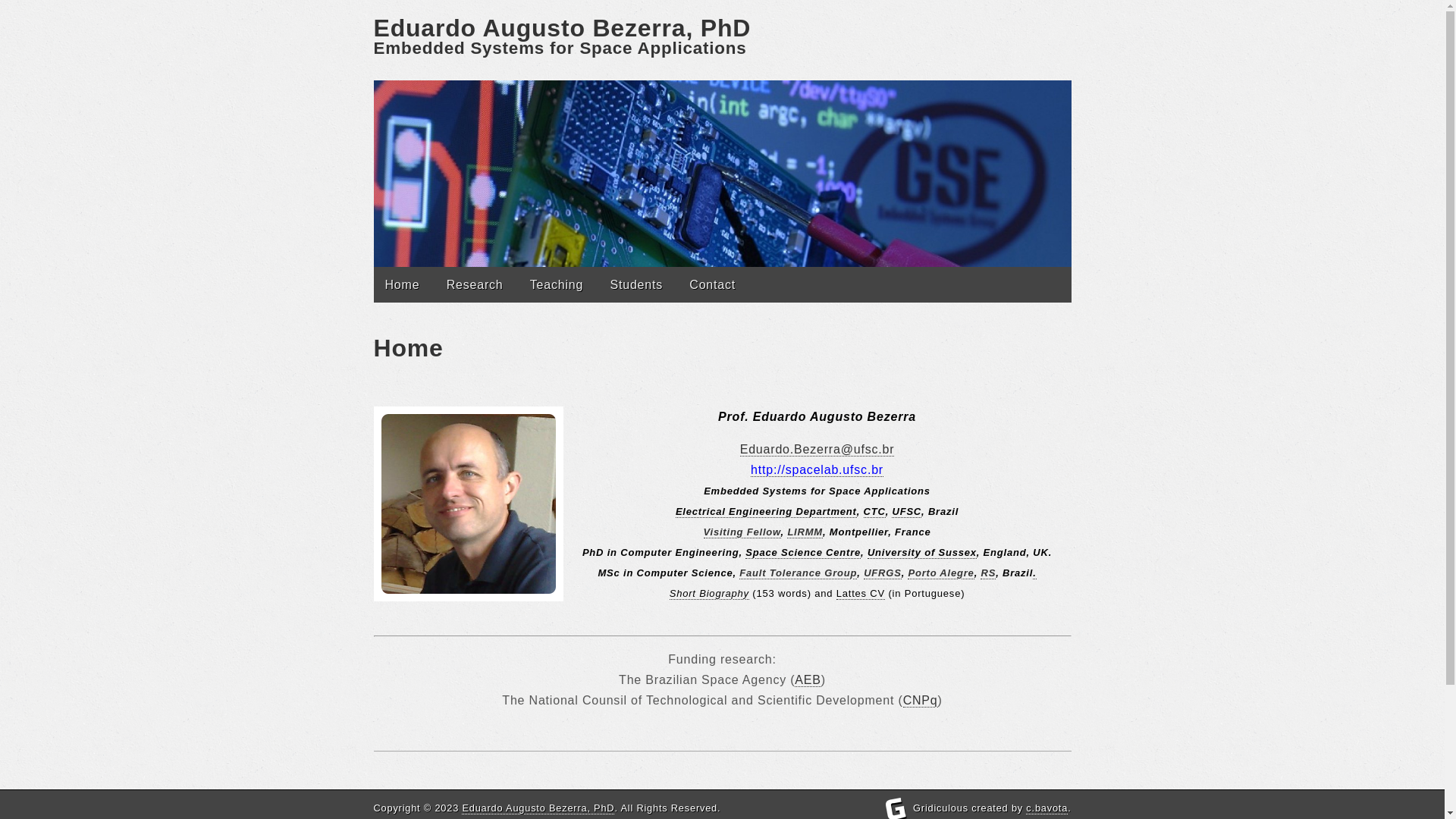 Image resolution: width=1456 pixels, height=819 pixels. Describe the element at coordinates (636, 284) in the screenshot. I see `'Students'` at that location.